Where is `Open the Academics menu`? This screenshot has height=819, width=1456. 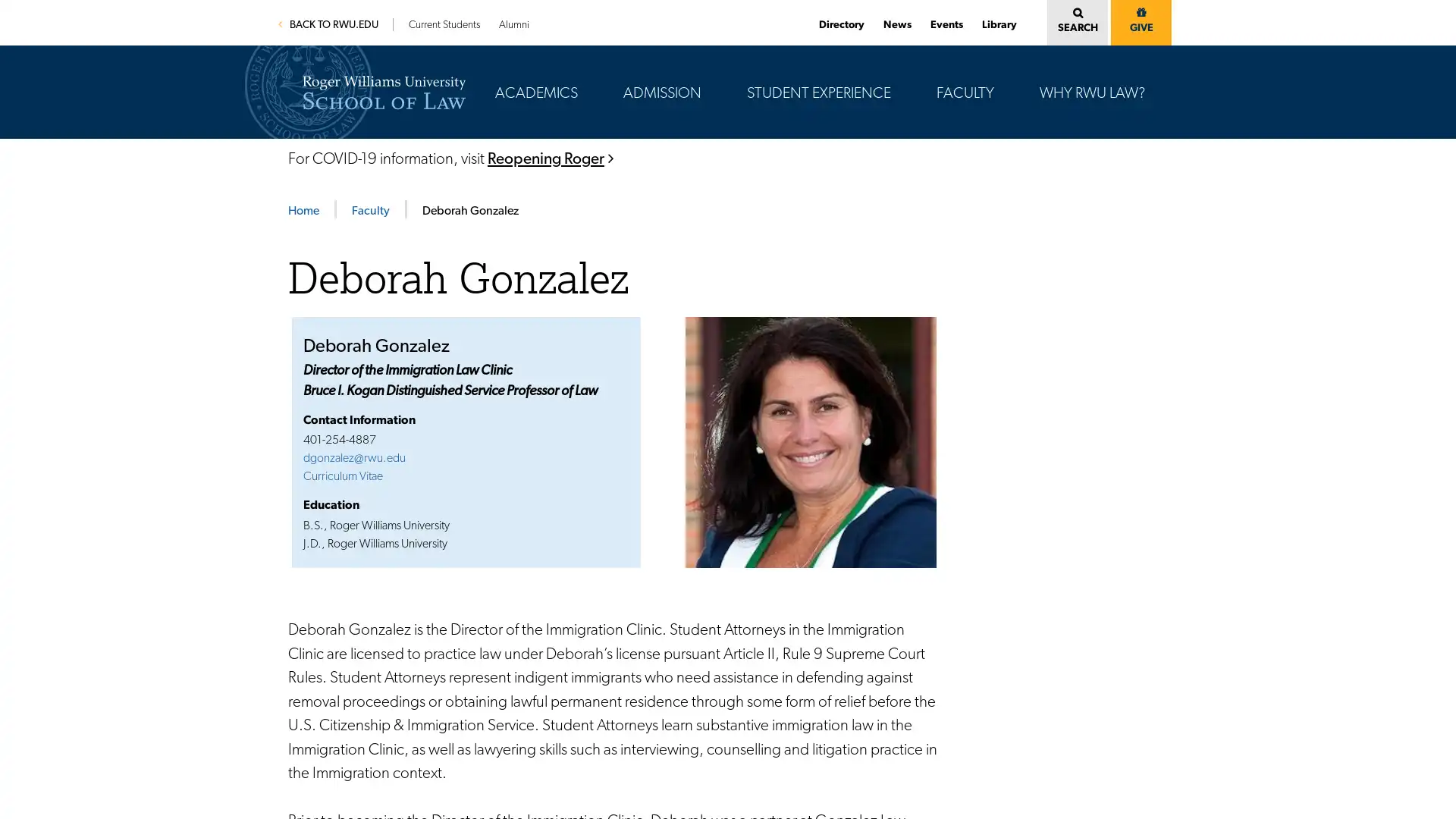
Open the Academics menu is located at coordinates (582, 48).